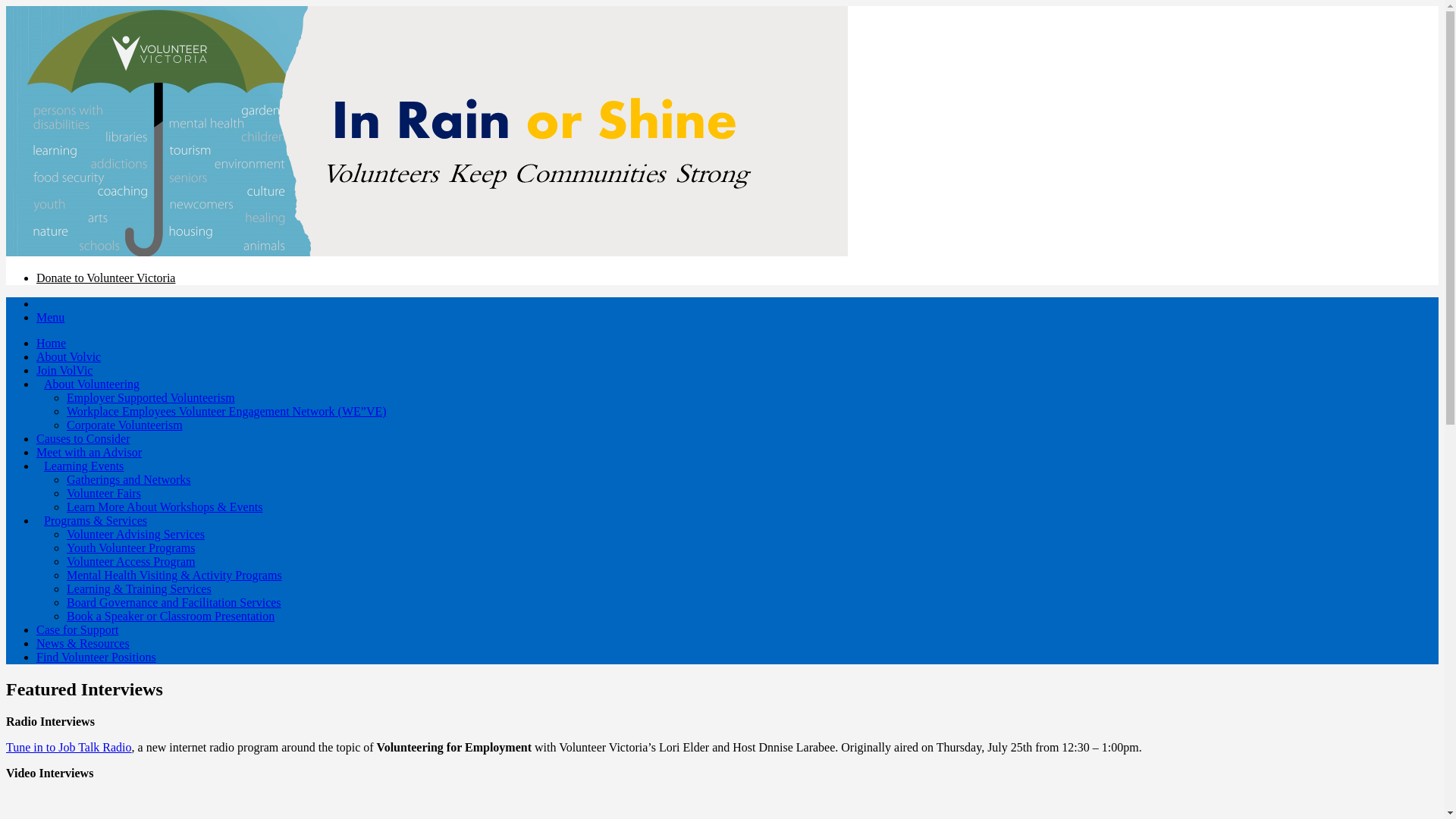 This screenshot has width=1456, height=819. What do you see at coordinates (82, 643) in the screenshot?
I see `'News & Resources'` at bounding box center [82, 643].